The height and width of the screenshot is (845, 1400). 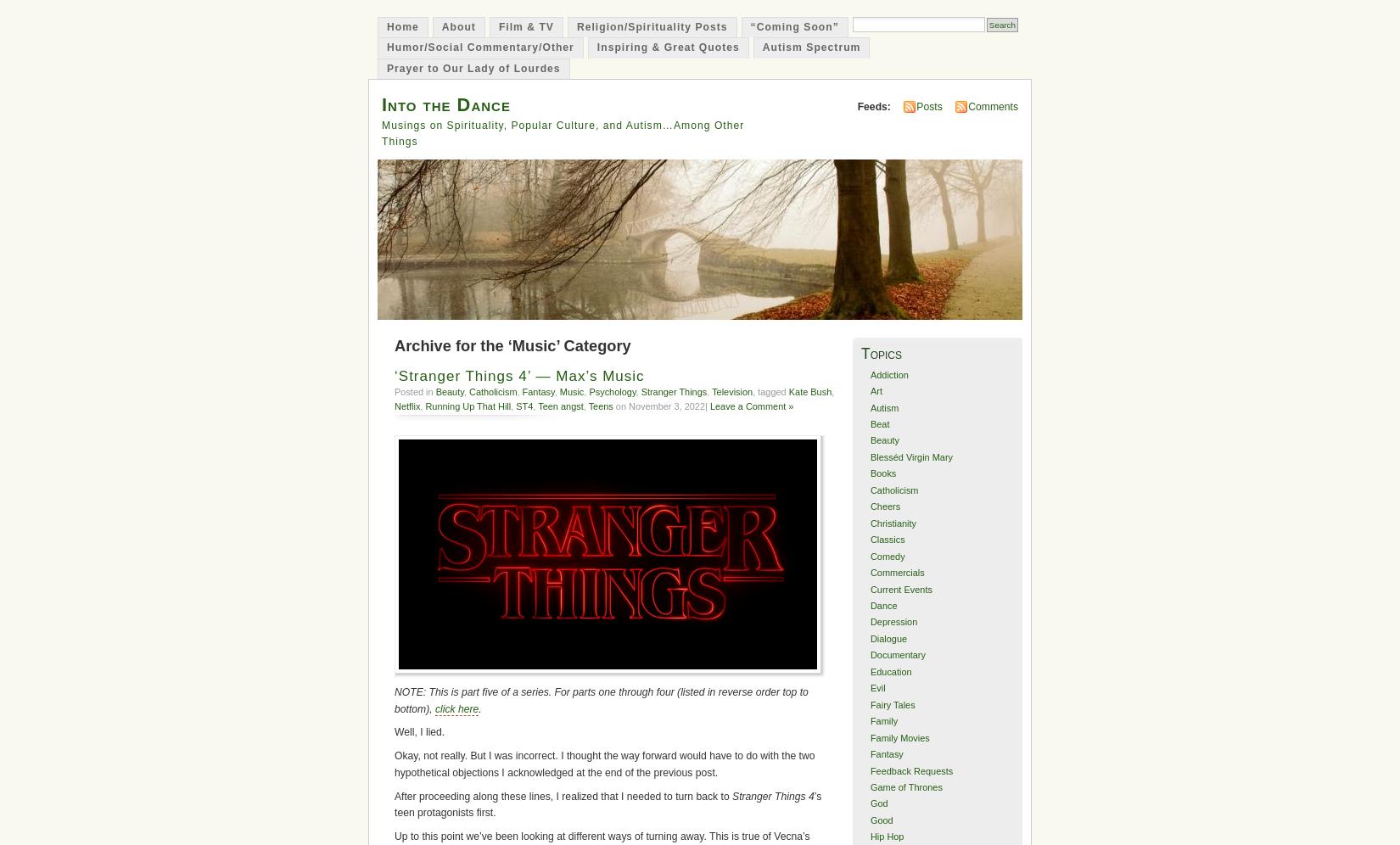 I want to click on 'Comedy', so click(x=887, y=554).